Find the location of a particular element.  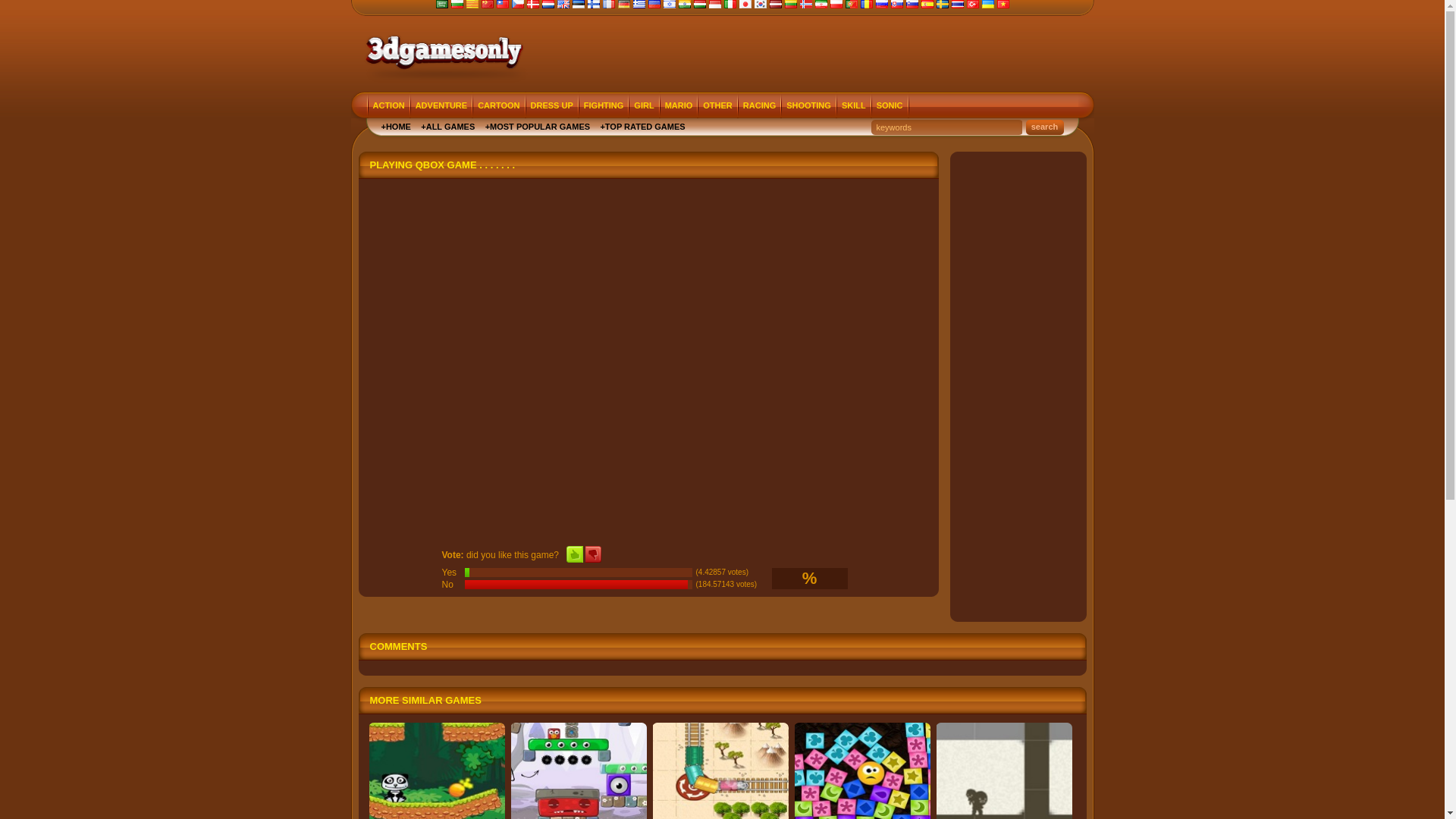

'No' is located at coordinates (592, 554).